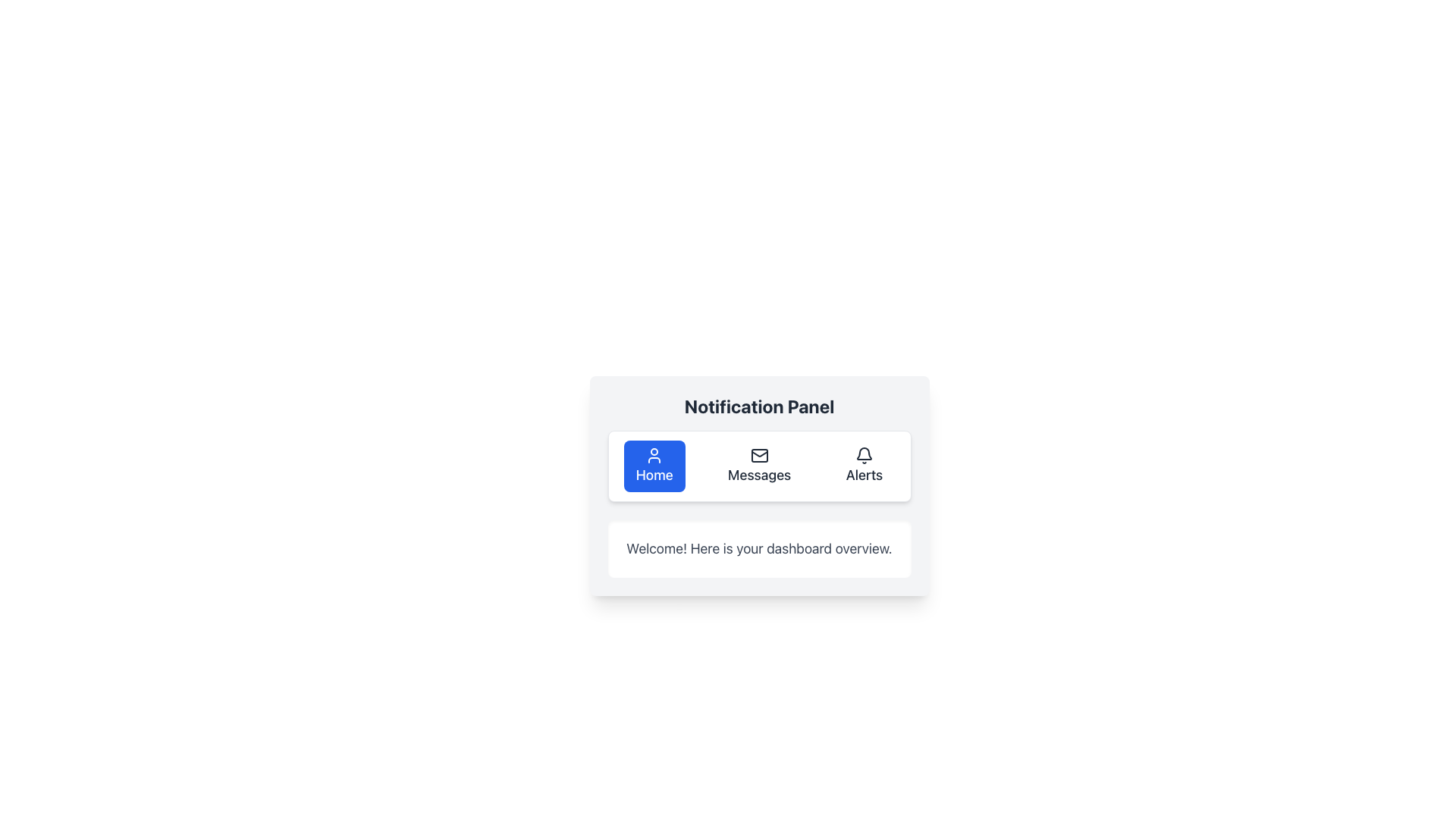 The height and width of the screenshot is (819, 1456). Describe the element at coordinates (759, 475) in the screenshot. I see `'Messages' label located in the middle section of the toolbar, positioned below the envelope icon and to the right of the 'Home' button` at that location.